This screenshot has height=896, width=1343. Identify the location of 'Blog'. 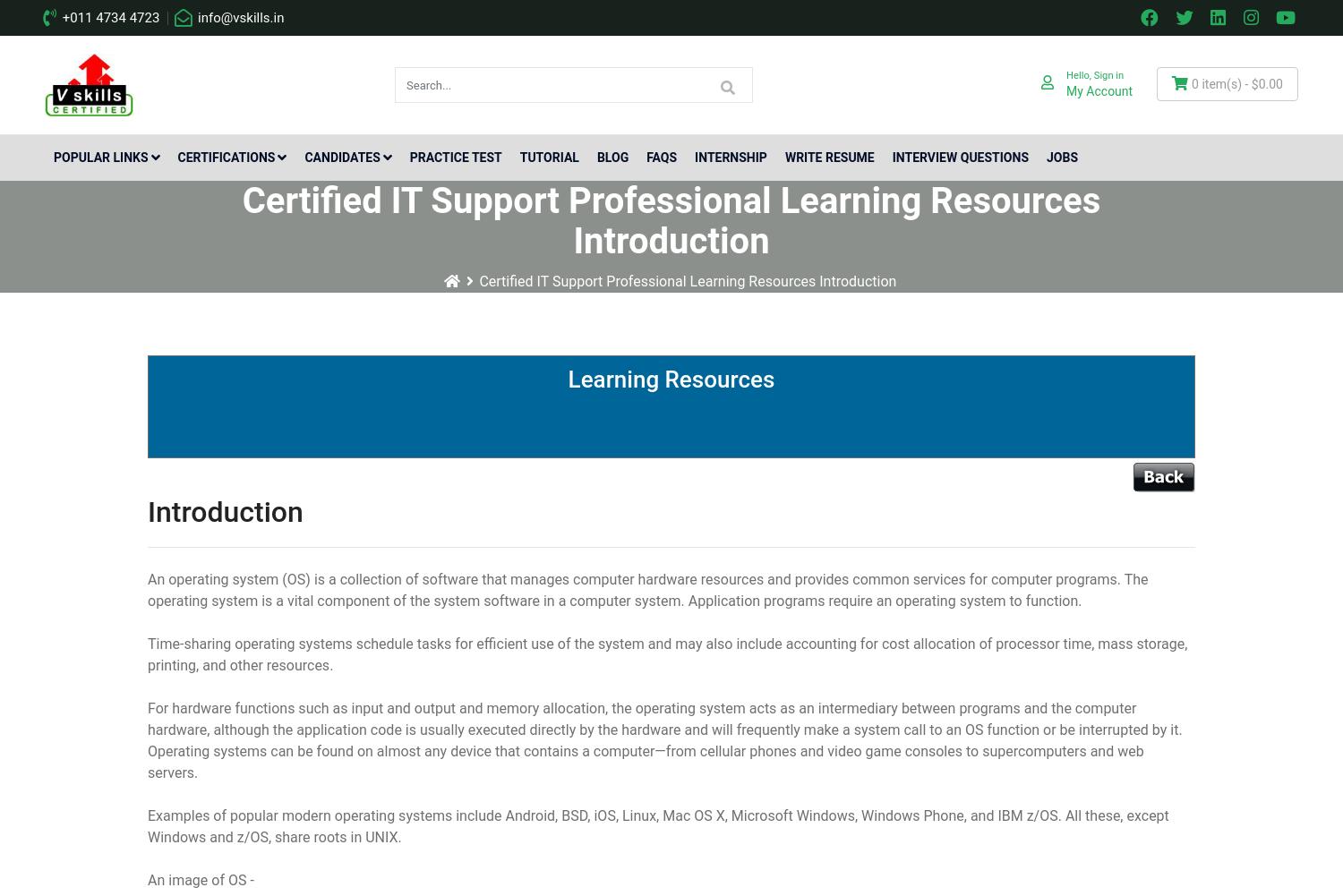
(612, 157).